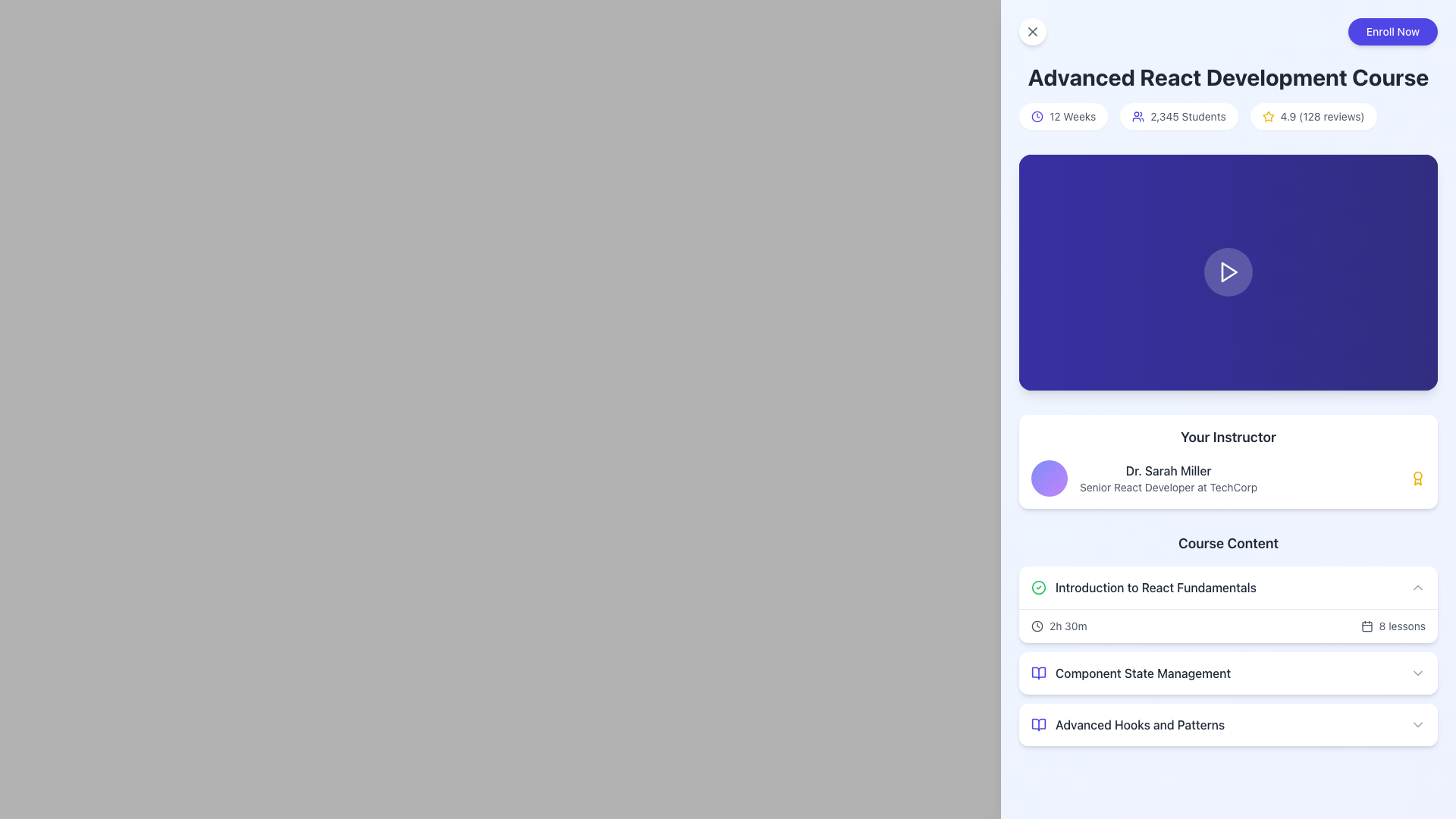 This screenshot has height=819, width=1456. What do you see at coordinates (1037, 672) in the screenshot?
I see `the icon representing 'Component State Management'` at bounding box center [1037, 672].